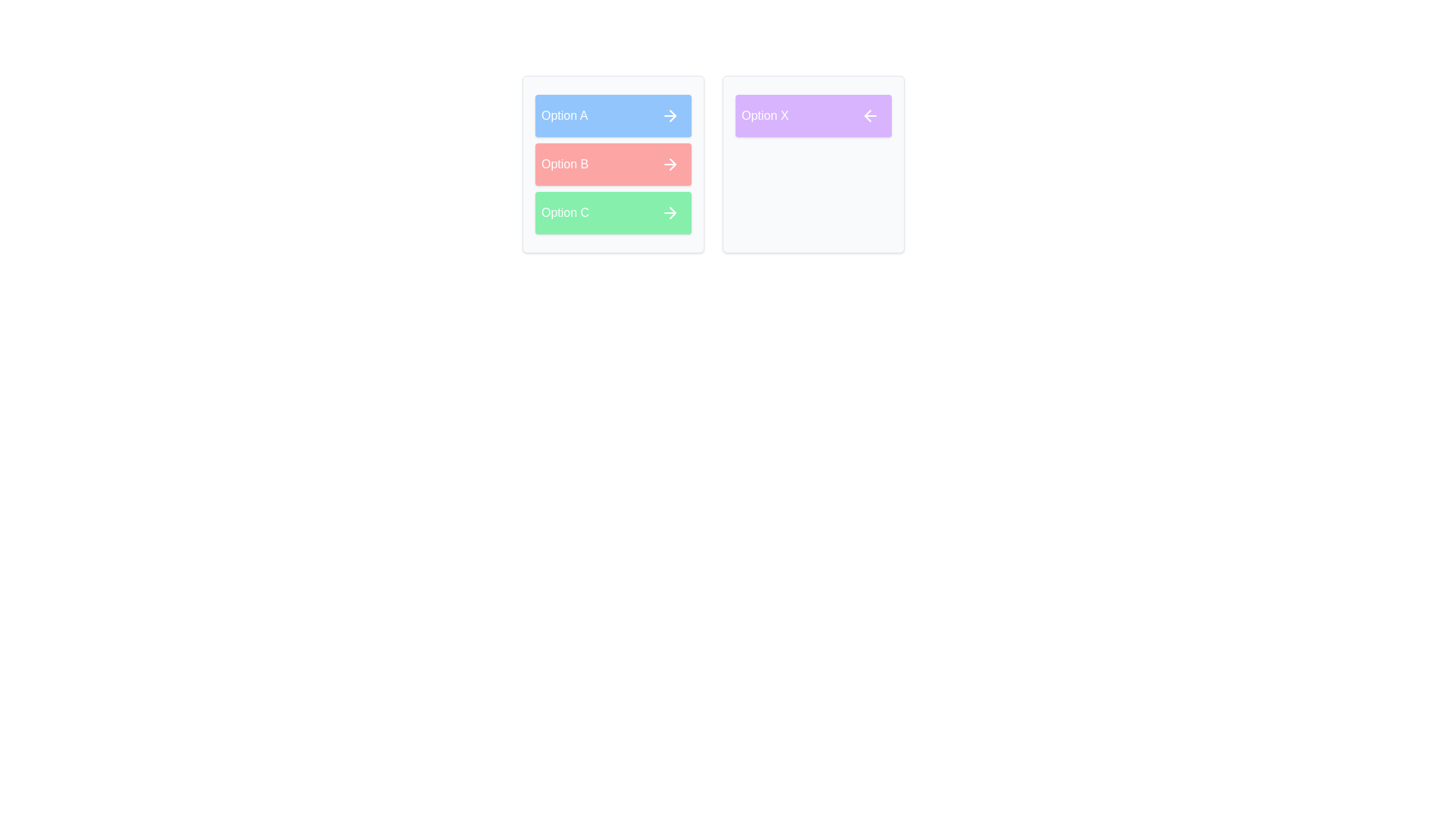  I want to click on 'Move to Right' button for the item Option C in the source list, so click(669, 213).